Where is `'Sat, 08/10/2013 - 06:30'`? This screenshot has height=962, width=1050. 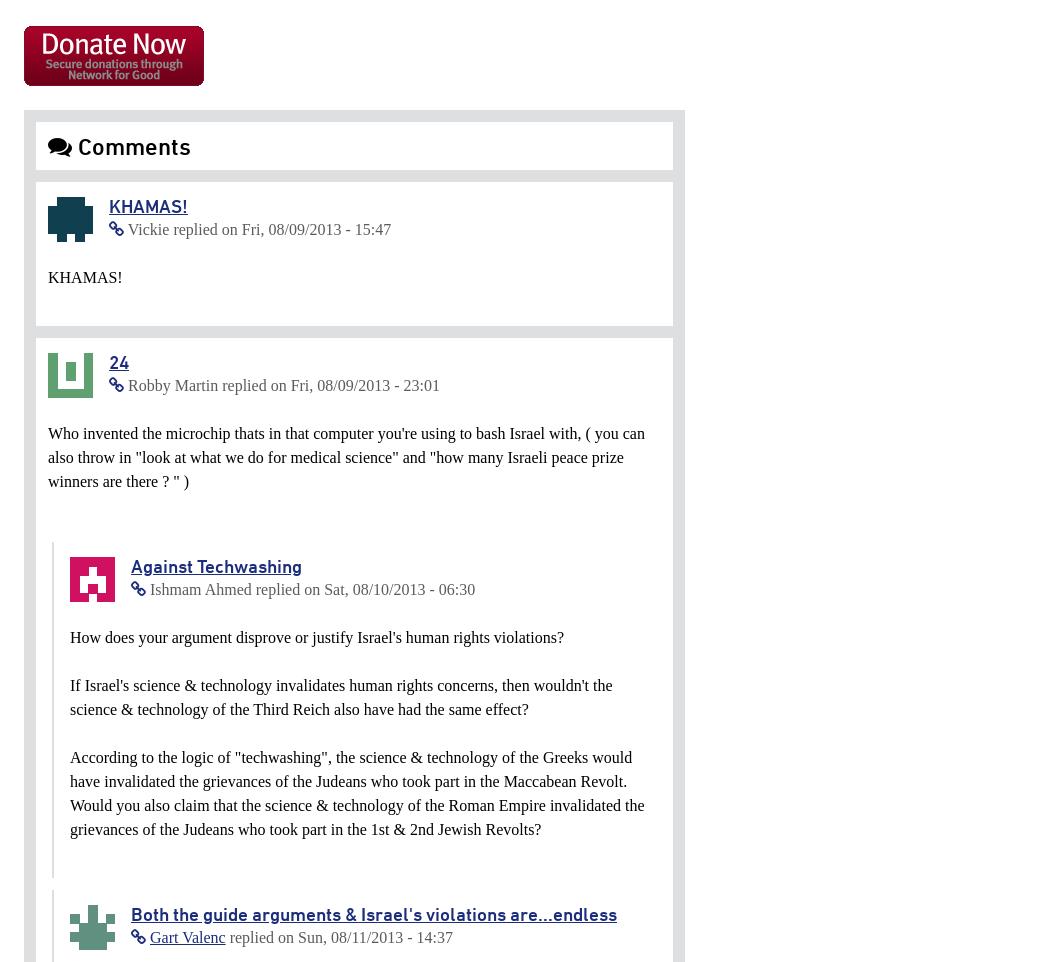 'Sat, 08/10/2013 - 06:30' is located at coordinates (399, 588).